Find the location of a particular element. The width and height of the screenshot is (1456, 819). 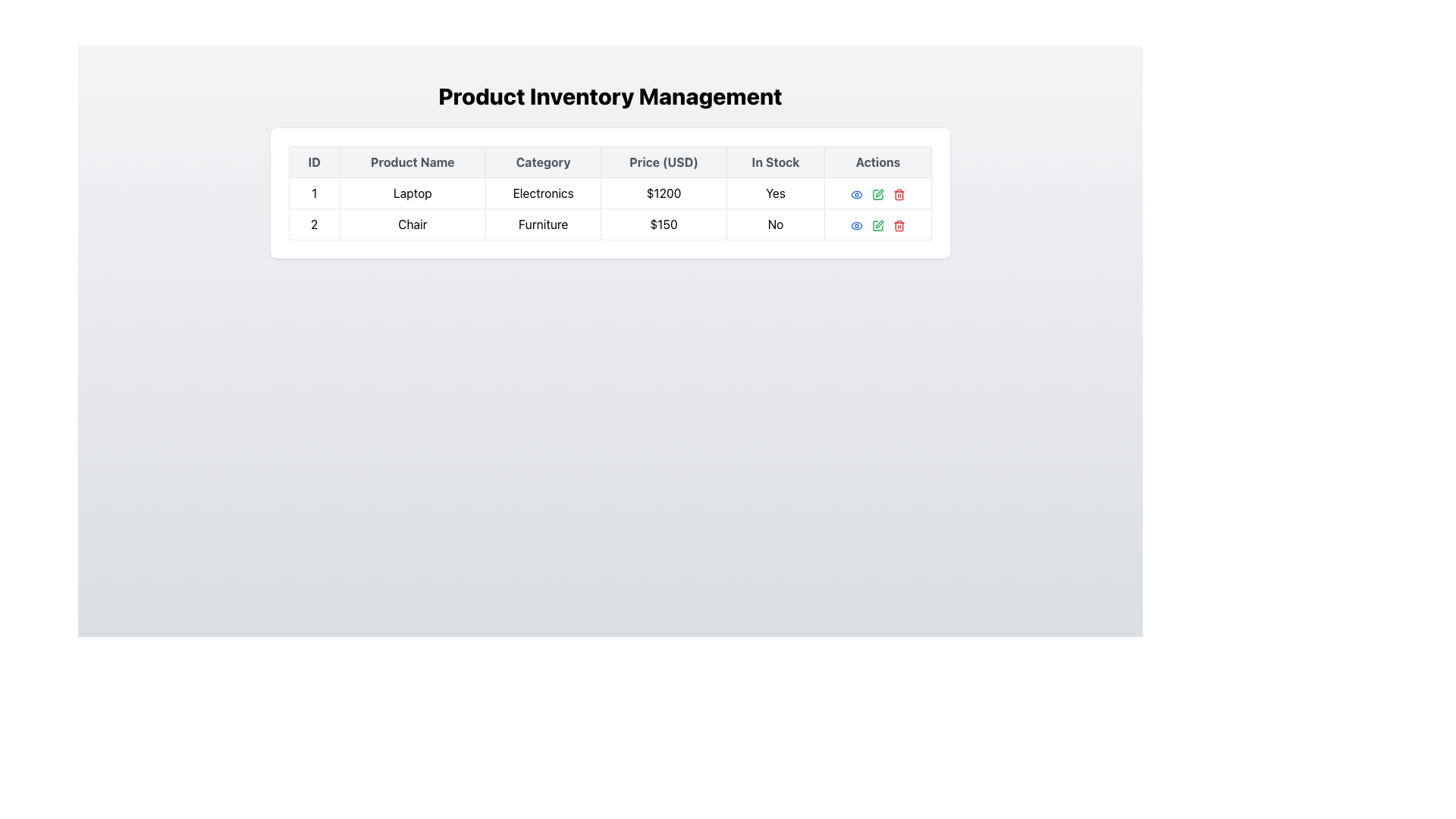

the second column header of the table that contains product names is located at coordinates (413, 162).